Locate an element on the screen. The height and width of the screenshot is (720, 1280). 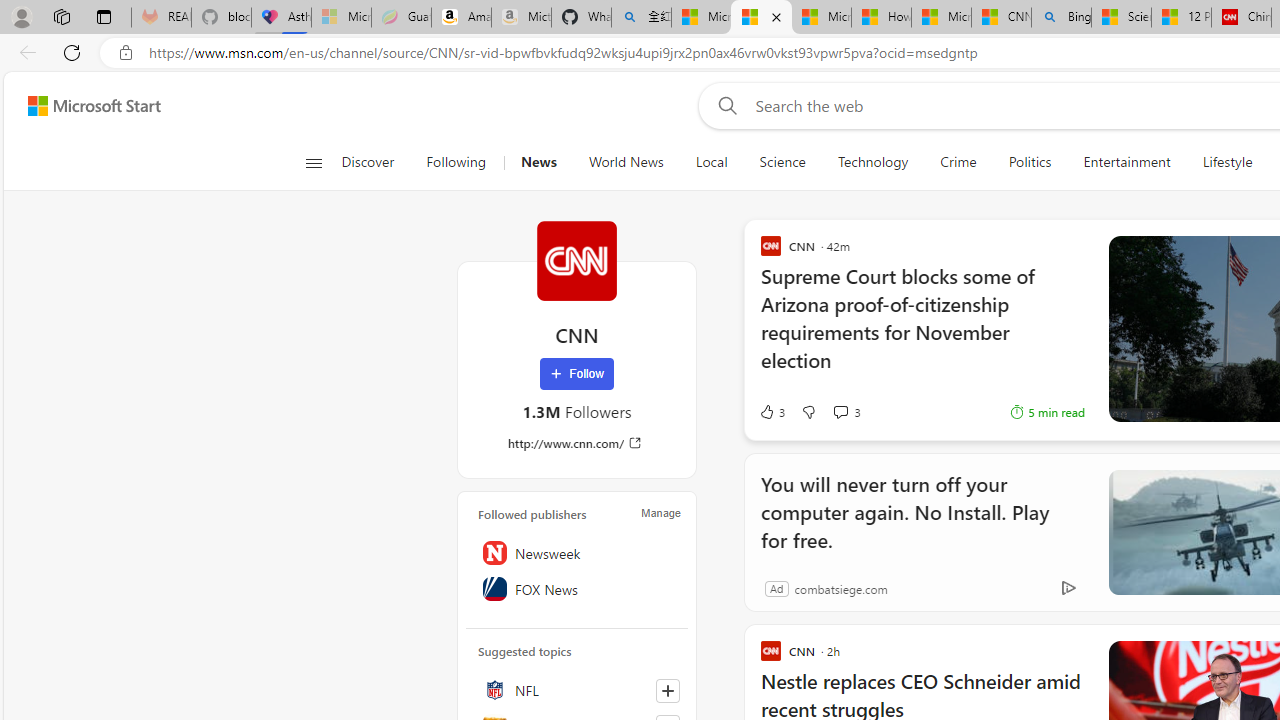
'CNN - MSN' is located at coordinates (1000, 17).